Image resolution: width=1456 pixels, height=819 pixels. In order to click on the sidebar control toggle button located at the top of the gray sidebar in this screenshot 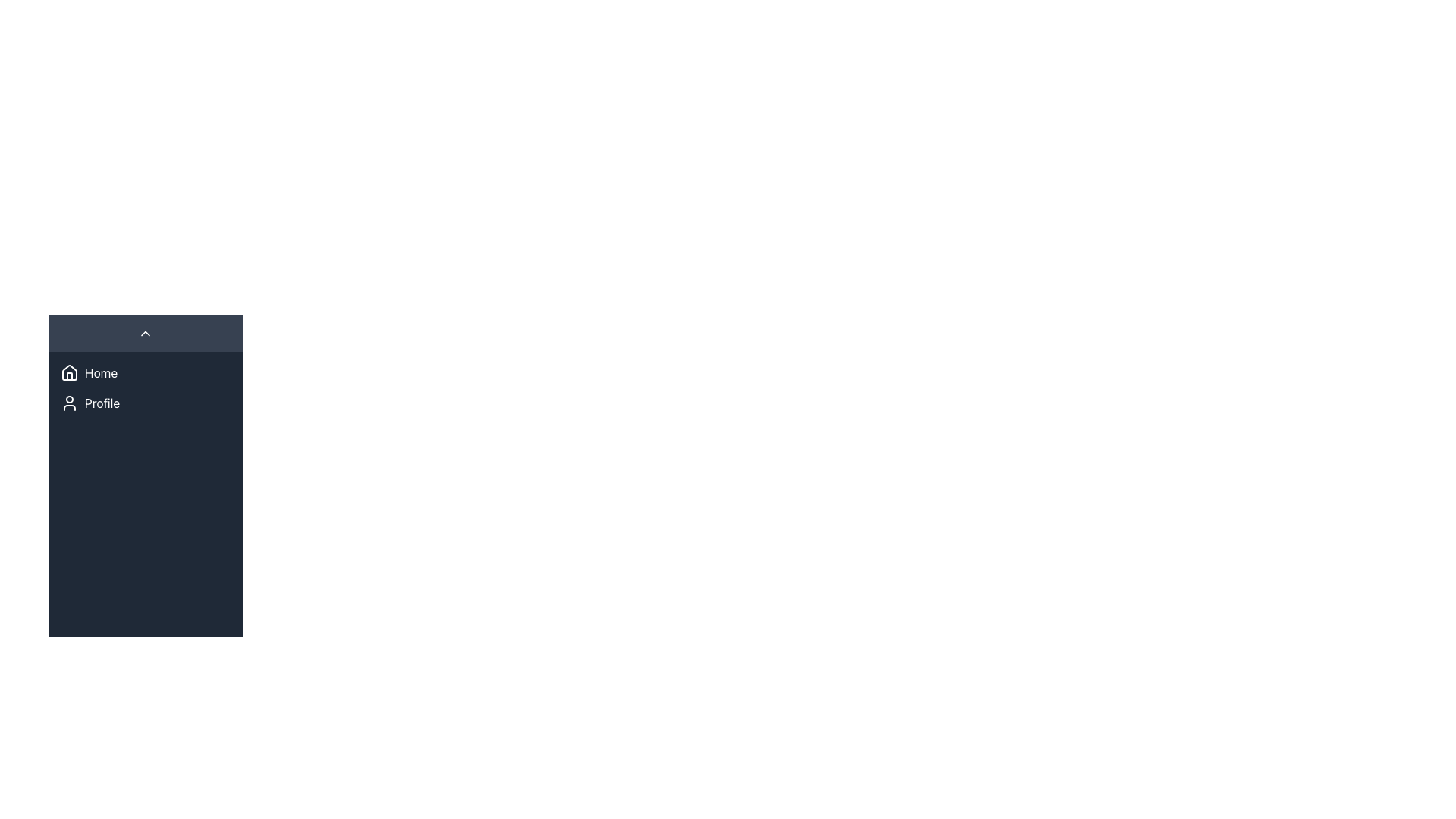, I will do `click(146, 332)`.